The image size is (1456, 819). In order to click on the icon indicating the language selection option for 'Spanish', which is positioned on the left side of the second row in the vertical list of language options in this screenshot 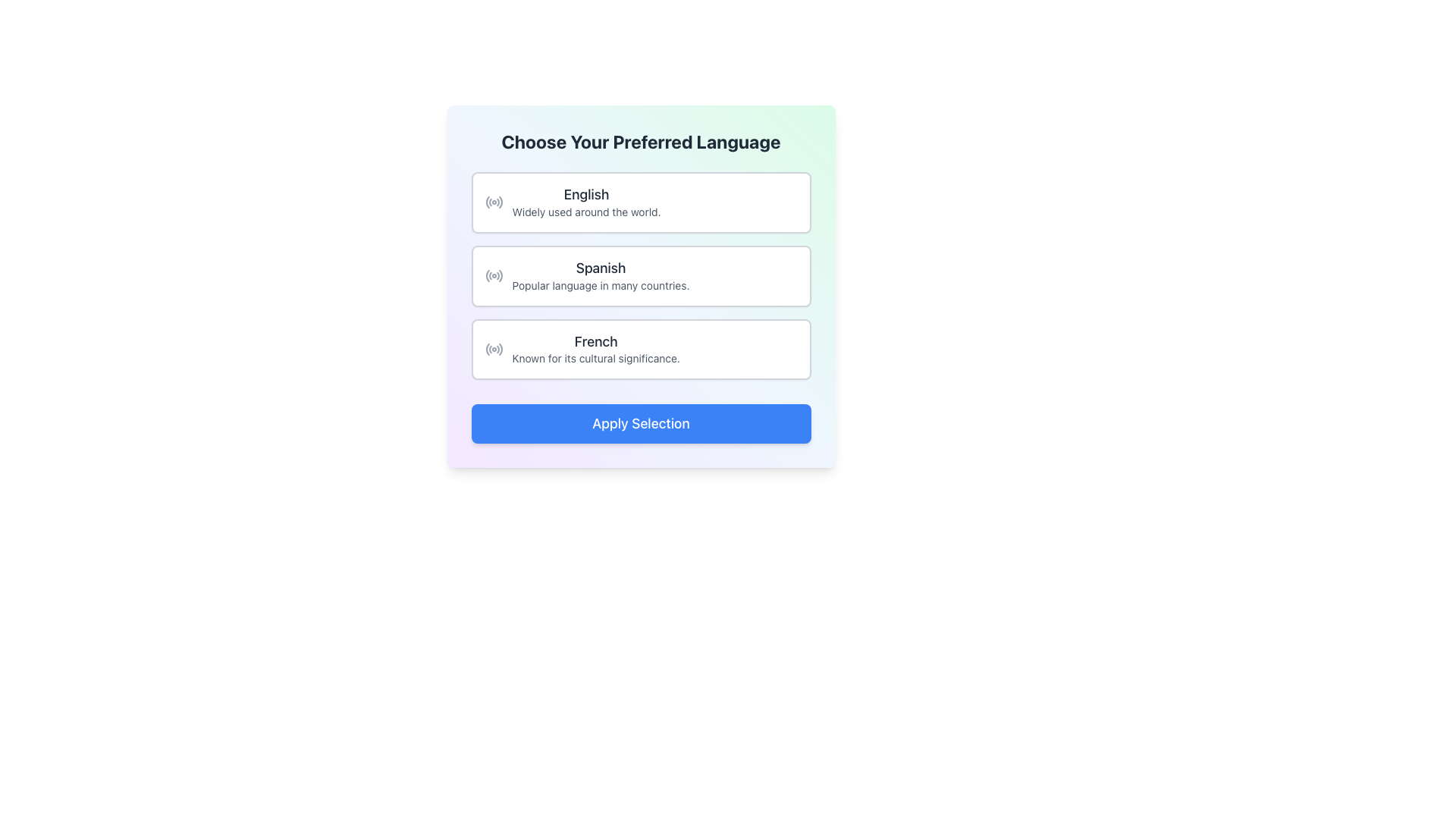, I will do `click(494, 276)`.